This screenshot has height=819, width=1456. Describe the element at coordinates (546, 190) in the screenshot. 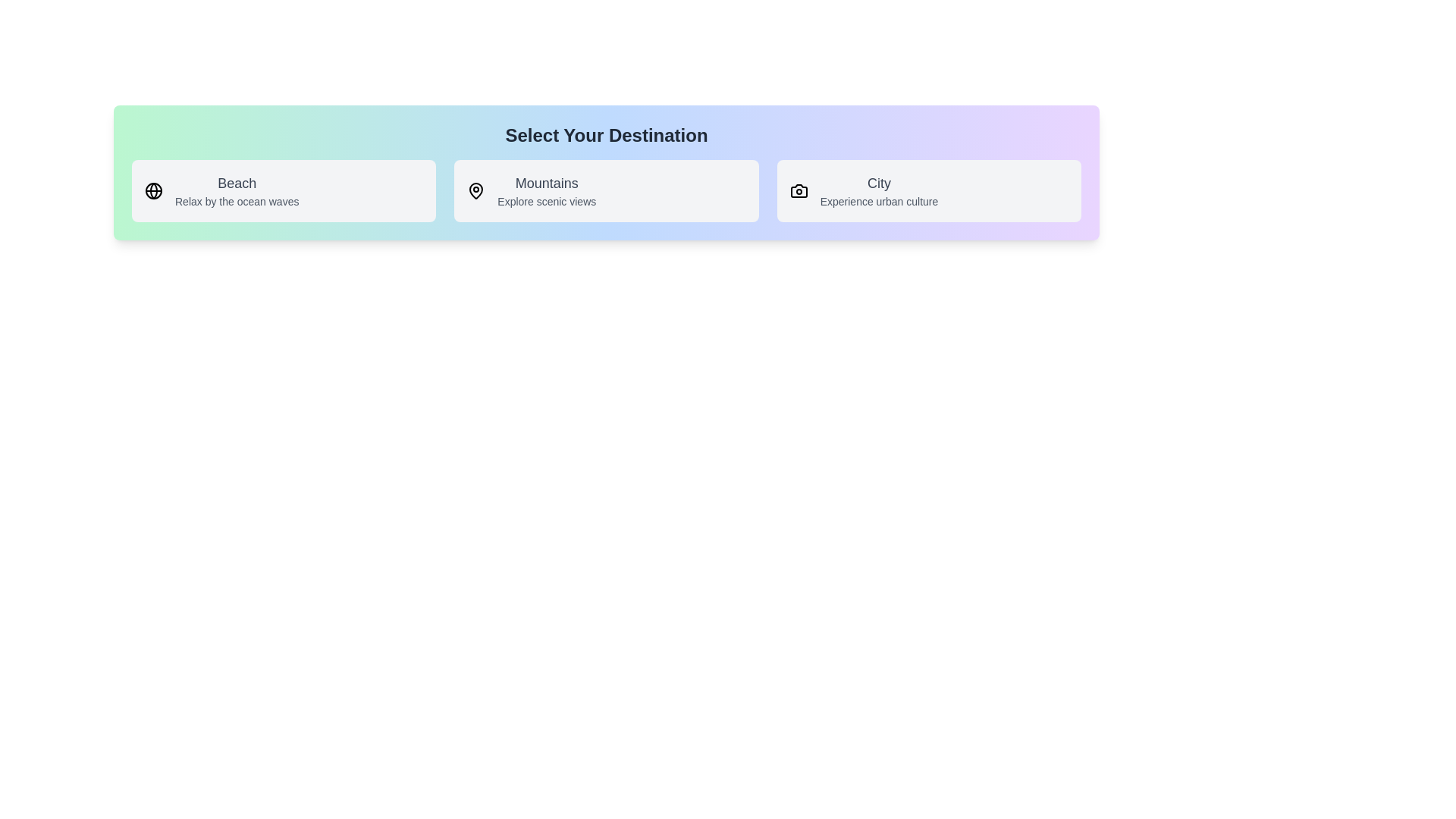

I see `the 'Mountains' text label, which is the second selectable panel in a row of three destination options, displaying 'Mountains' in bold dark gray and 'Explore scenic views' in light gray` at that location.